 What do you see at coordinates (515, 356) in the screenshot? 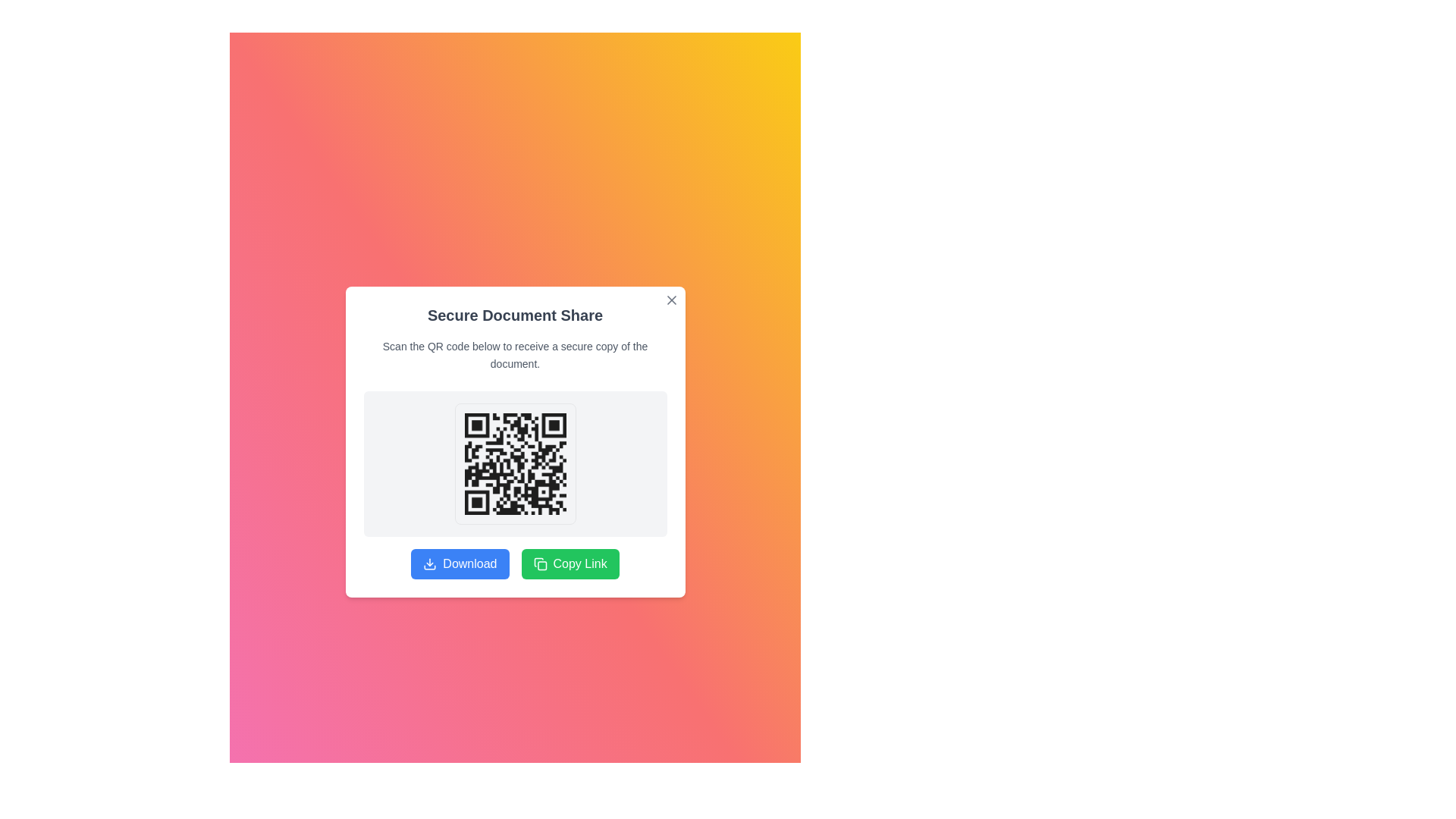
I see `text block containing the message 'Scan the QR code below to receive a secure copy of the document.' which is styled with a small text size, gray color, and centered alignment, located within a modal popup below the title 'Secure Document Share'` at bounding box center [515, 356].